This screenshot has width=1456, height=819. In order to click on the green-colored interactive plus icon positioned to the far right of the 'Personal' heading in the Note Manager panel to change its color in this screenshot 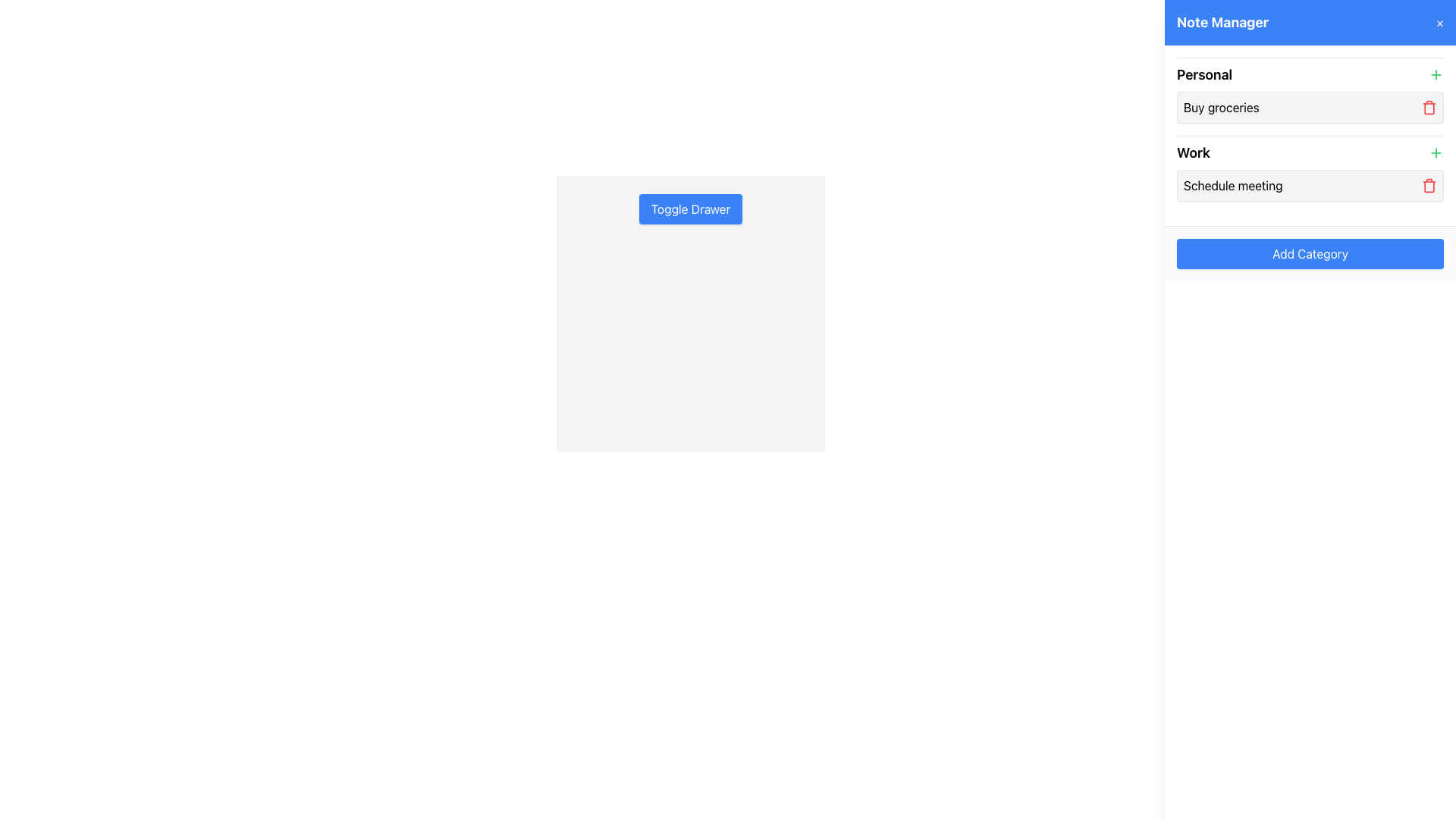, I will do `click(1436, 75)`.